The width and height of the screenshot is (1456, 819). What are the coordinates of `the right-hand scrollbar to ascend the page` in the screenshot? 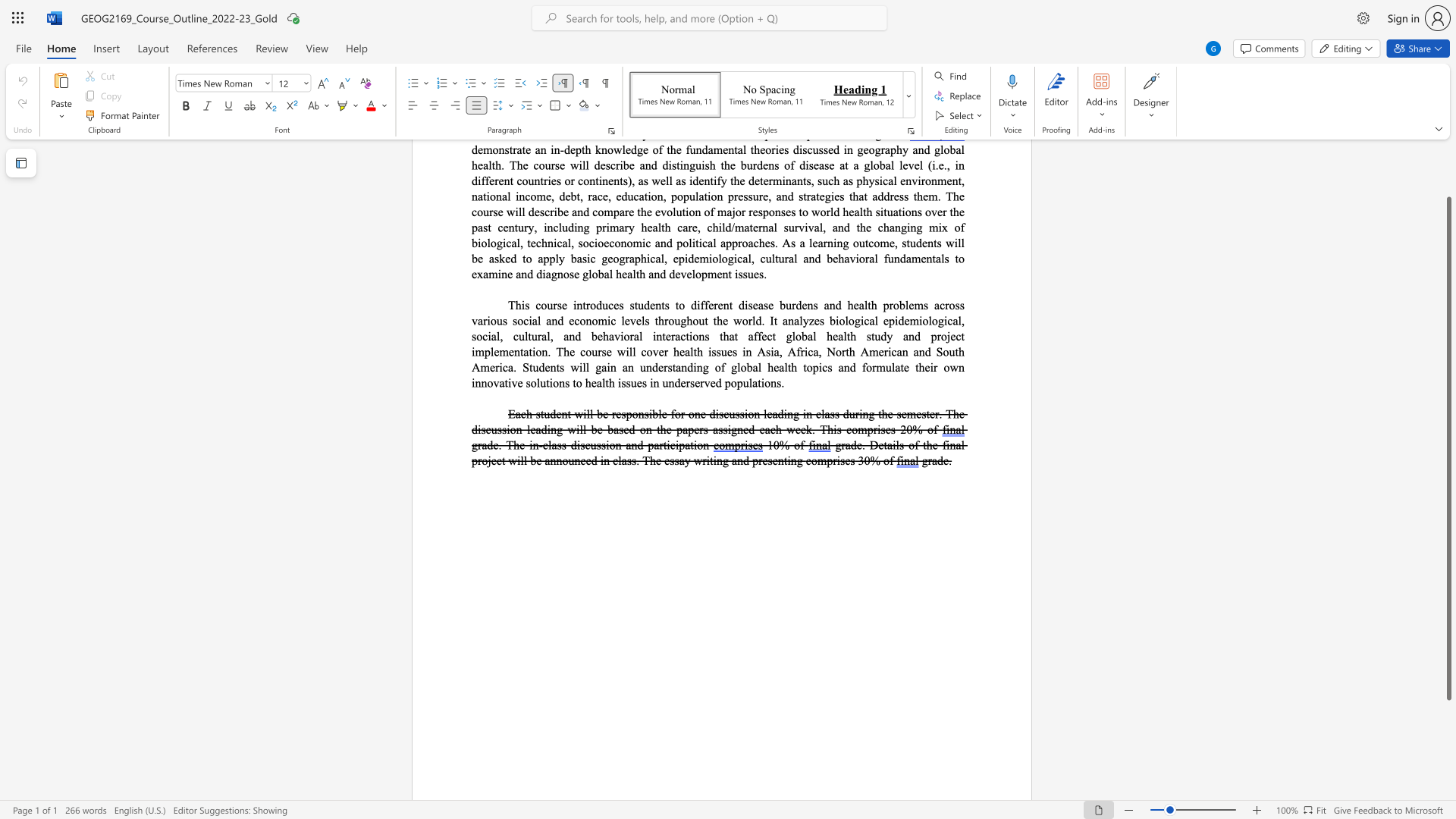 It's located at (1448, 158).